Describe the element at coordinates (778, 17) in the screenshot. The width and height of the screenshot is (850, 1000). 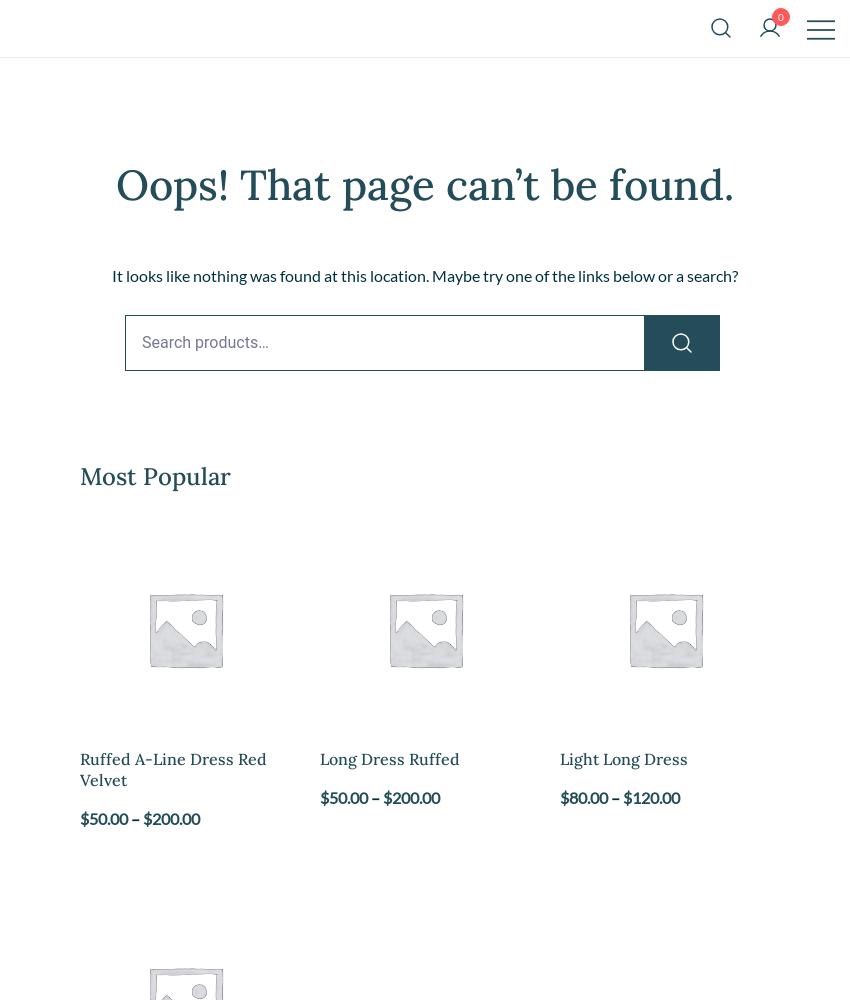
I see `'0'` at that location.